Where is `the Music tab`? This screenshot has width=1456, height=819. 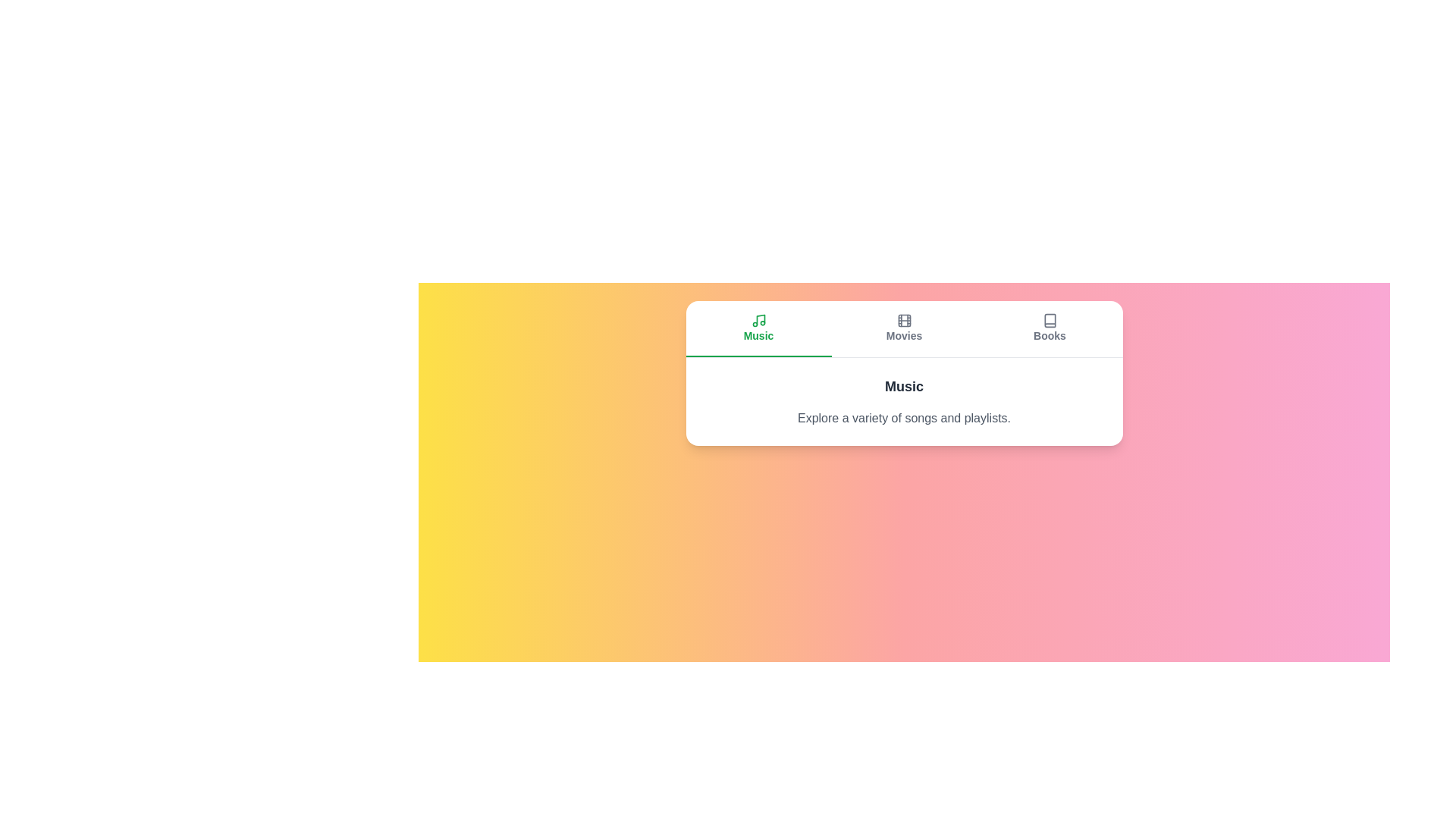
the Music tab is located at coordinates (758, 328).